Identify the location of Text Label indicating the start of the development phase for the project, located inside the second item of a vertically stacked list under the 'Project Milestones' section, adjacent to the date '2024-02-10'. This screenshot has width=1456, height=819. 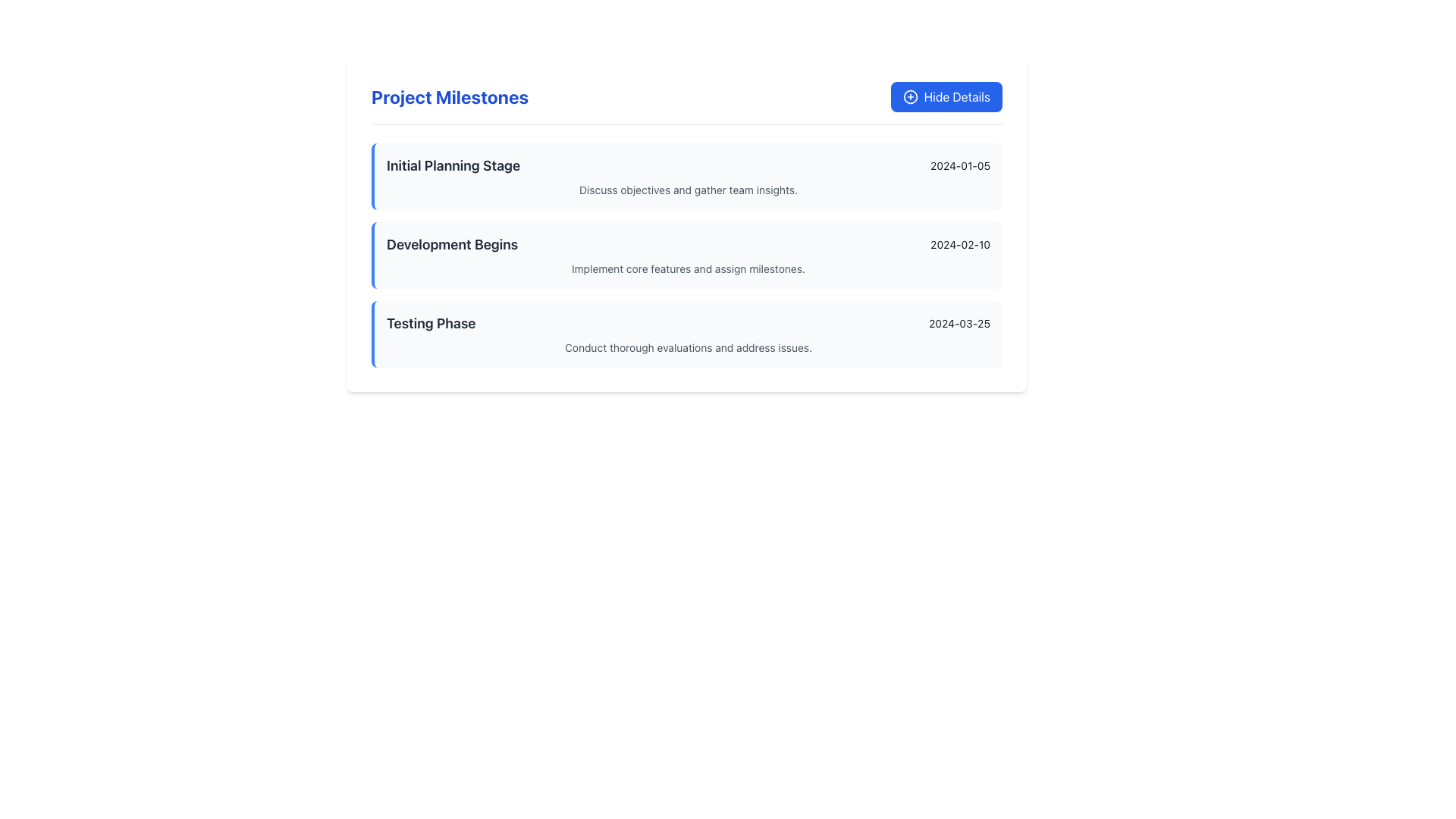
(451, 244).